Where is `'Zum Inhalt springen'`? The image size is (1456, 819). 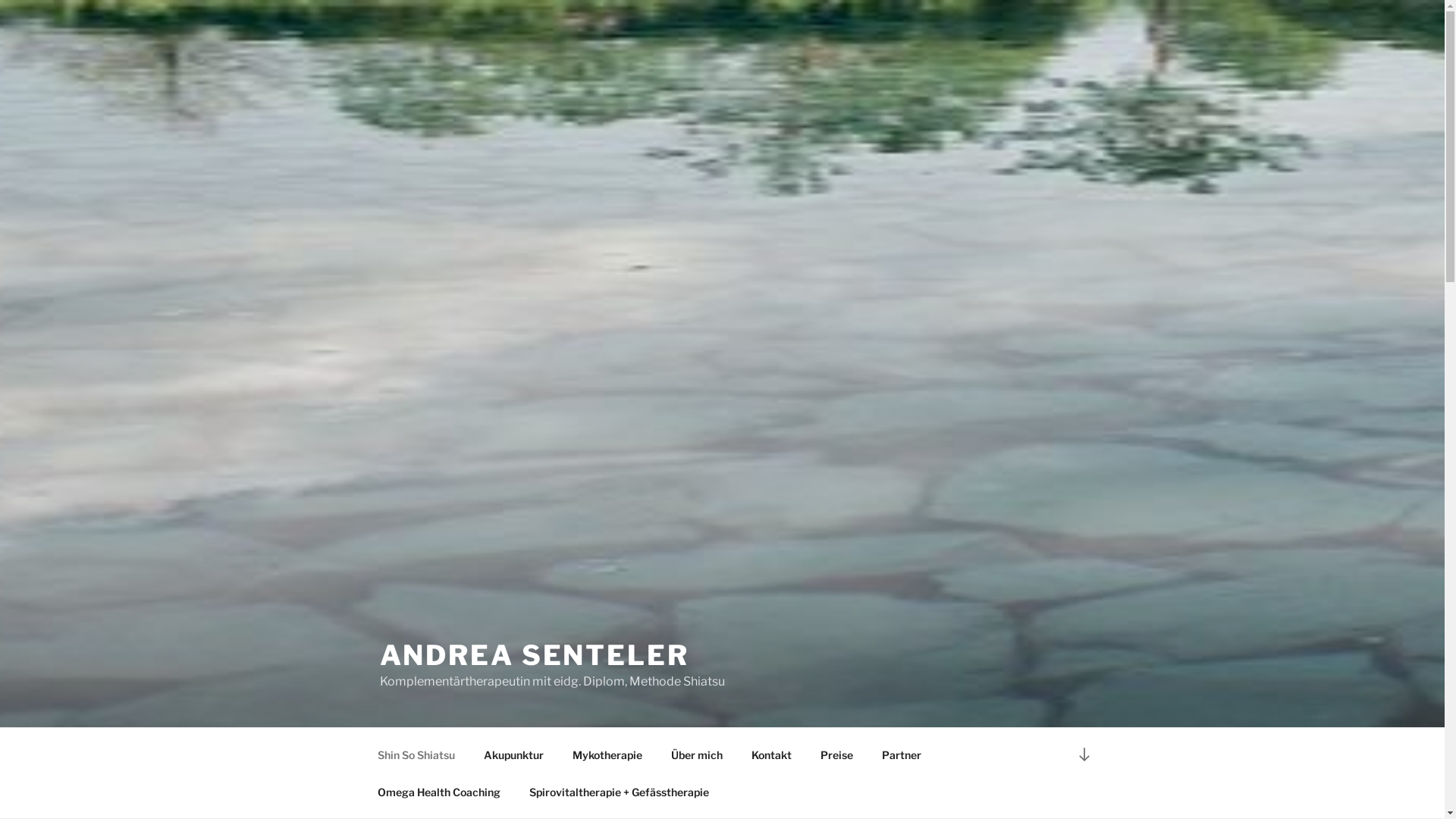
'Zum Inhalt springen' is located at coordinates (0, 0).